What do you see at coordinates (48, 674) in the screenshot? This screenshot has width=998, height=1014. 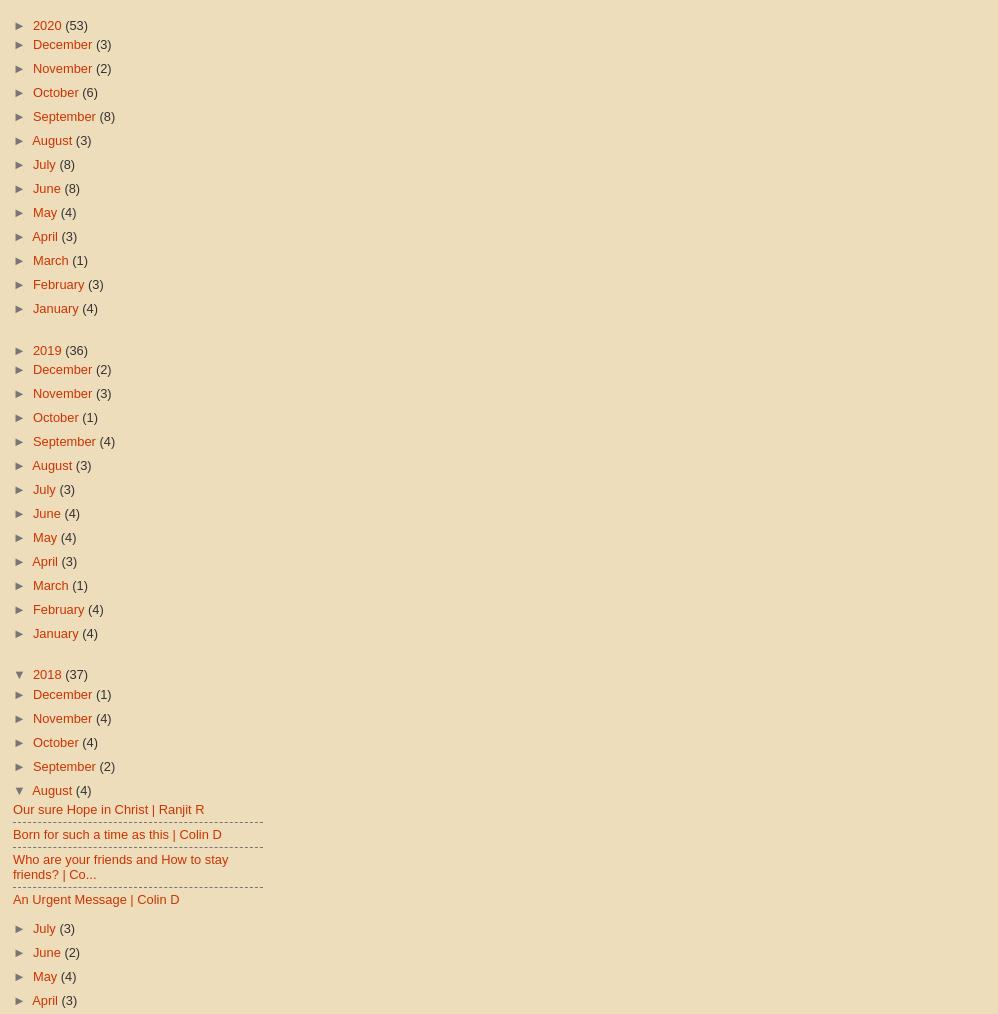 I see `'2018'` at bounding box center [48, 674].